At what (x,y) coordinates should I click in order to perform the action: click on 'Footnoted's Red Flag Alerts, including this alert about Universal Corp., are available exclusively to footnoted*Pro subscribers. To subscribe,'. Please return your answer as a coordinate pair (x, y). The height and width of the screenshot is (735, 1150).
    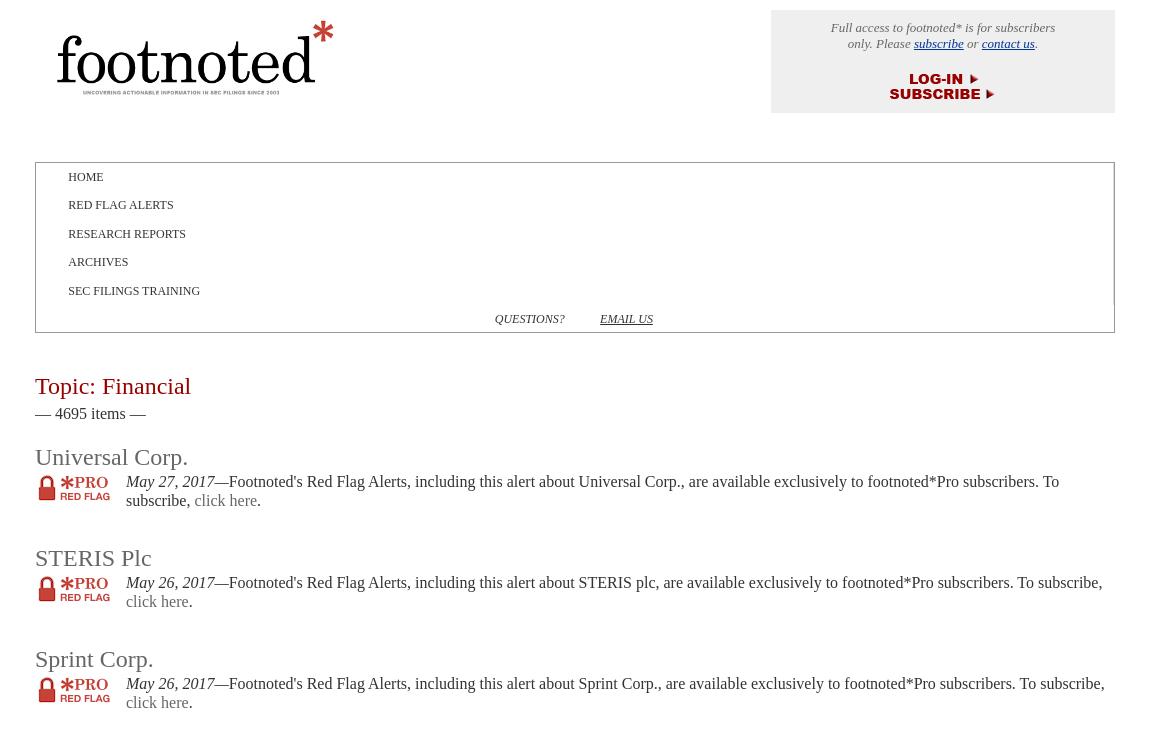
    Looking at the image, I should click on (591, 490).